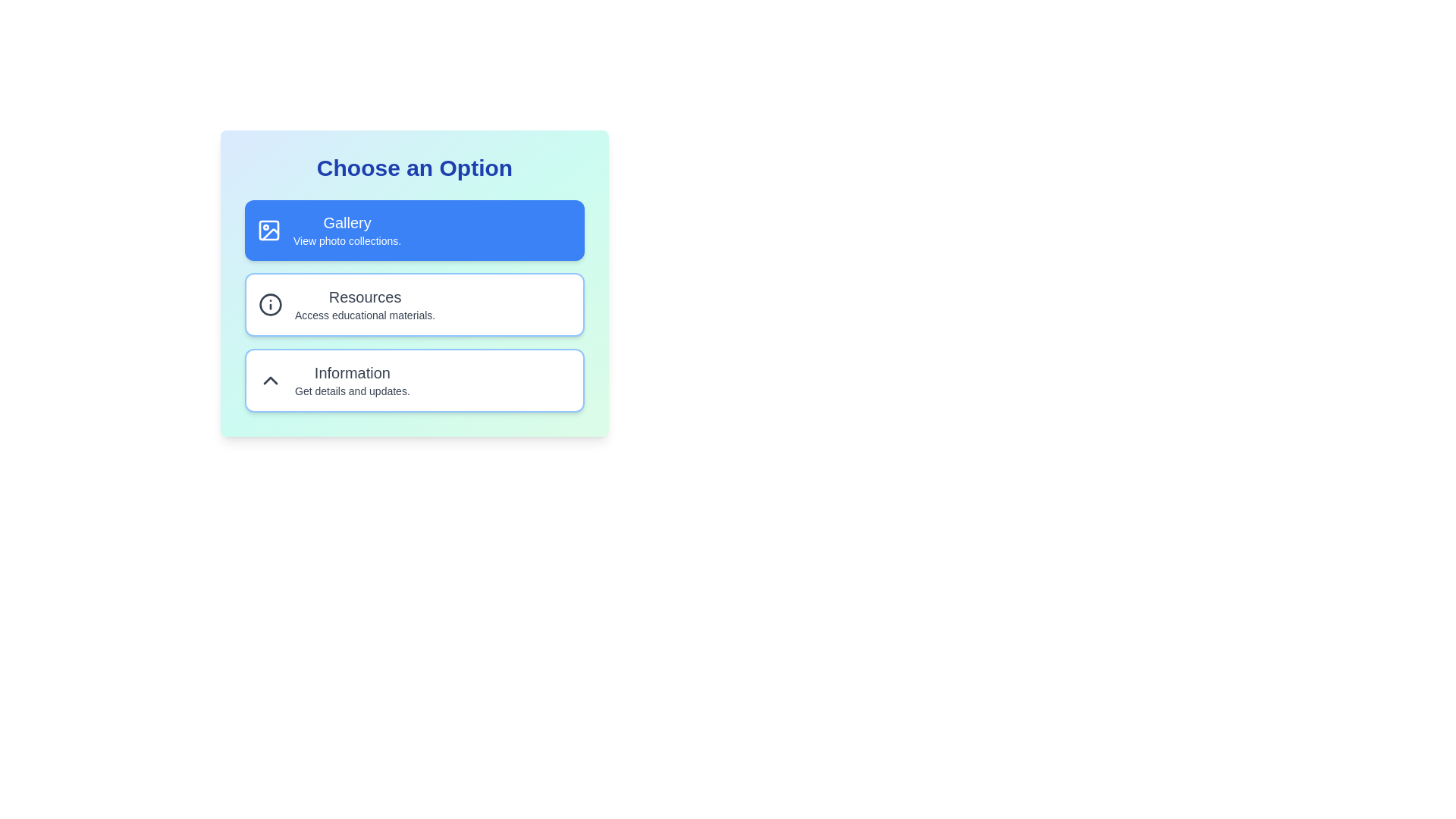  Describe the element at coordinates (415, 304) in the screenshot. I see `the 'Resources' Card Button, which is the second card in a vertically stacked grid of three cards` at that location.